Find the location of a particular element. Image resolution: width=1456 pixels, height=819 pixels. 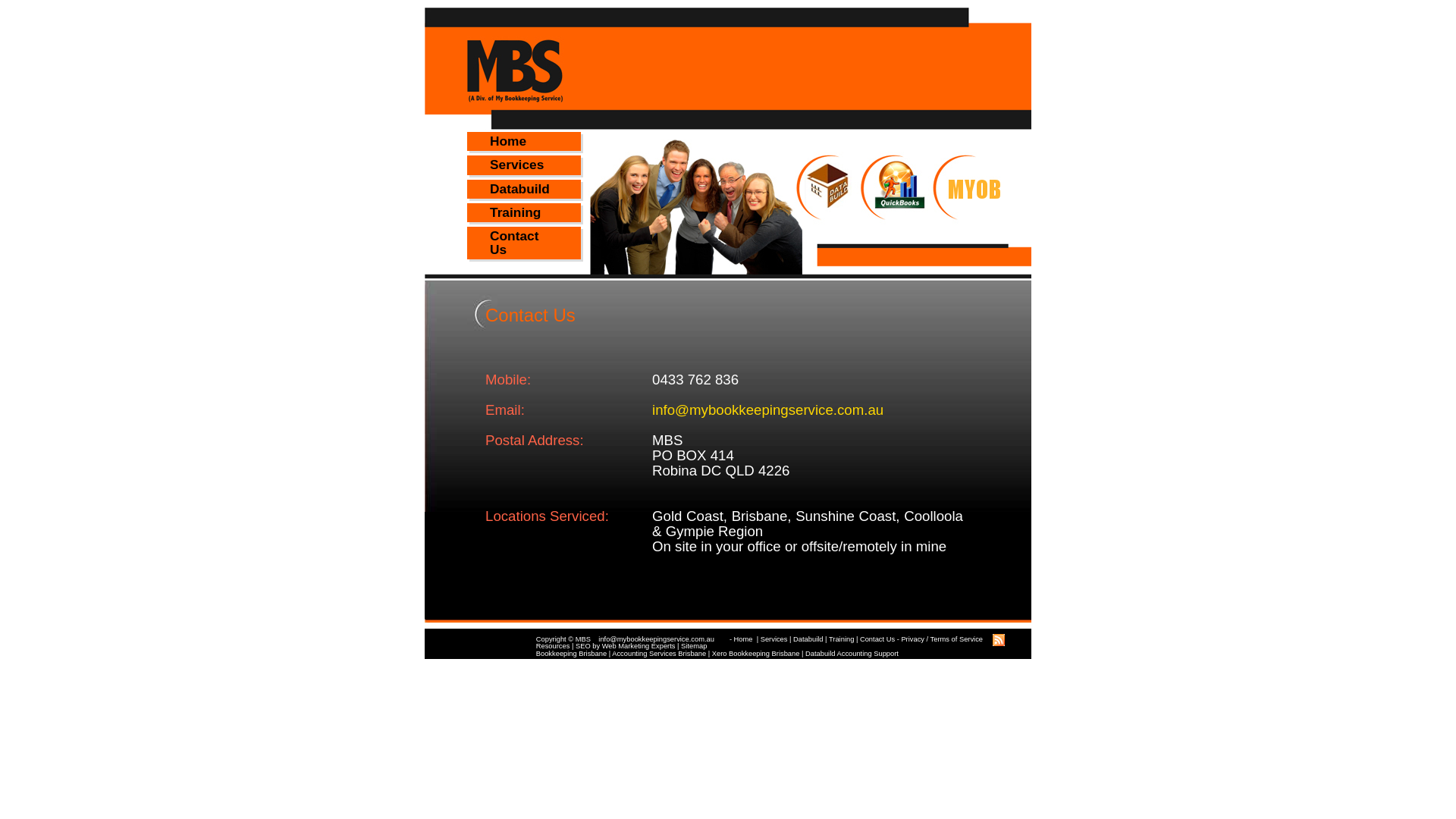

'Accounting Services Brisbane' is located at coordinates (658, 652).